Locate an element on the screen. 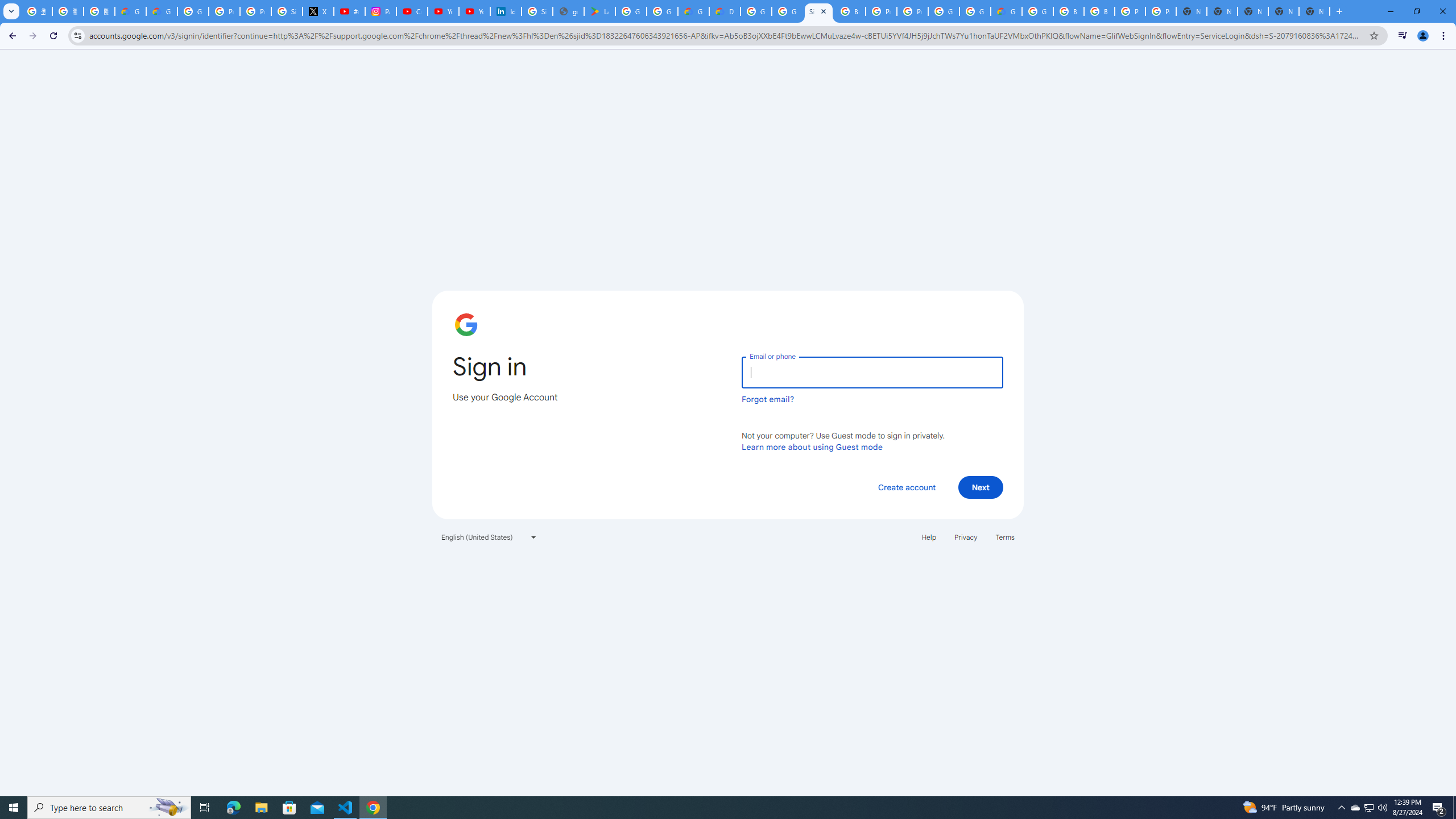 The height and width of the screenshot is (819, 1456). 'Browse Chrome as a guest - Computer - Google Chrome Help' is located at coordinates (1069, 11).